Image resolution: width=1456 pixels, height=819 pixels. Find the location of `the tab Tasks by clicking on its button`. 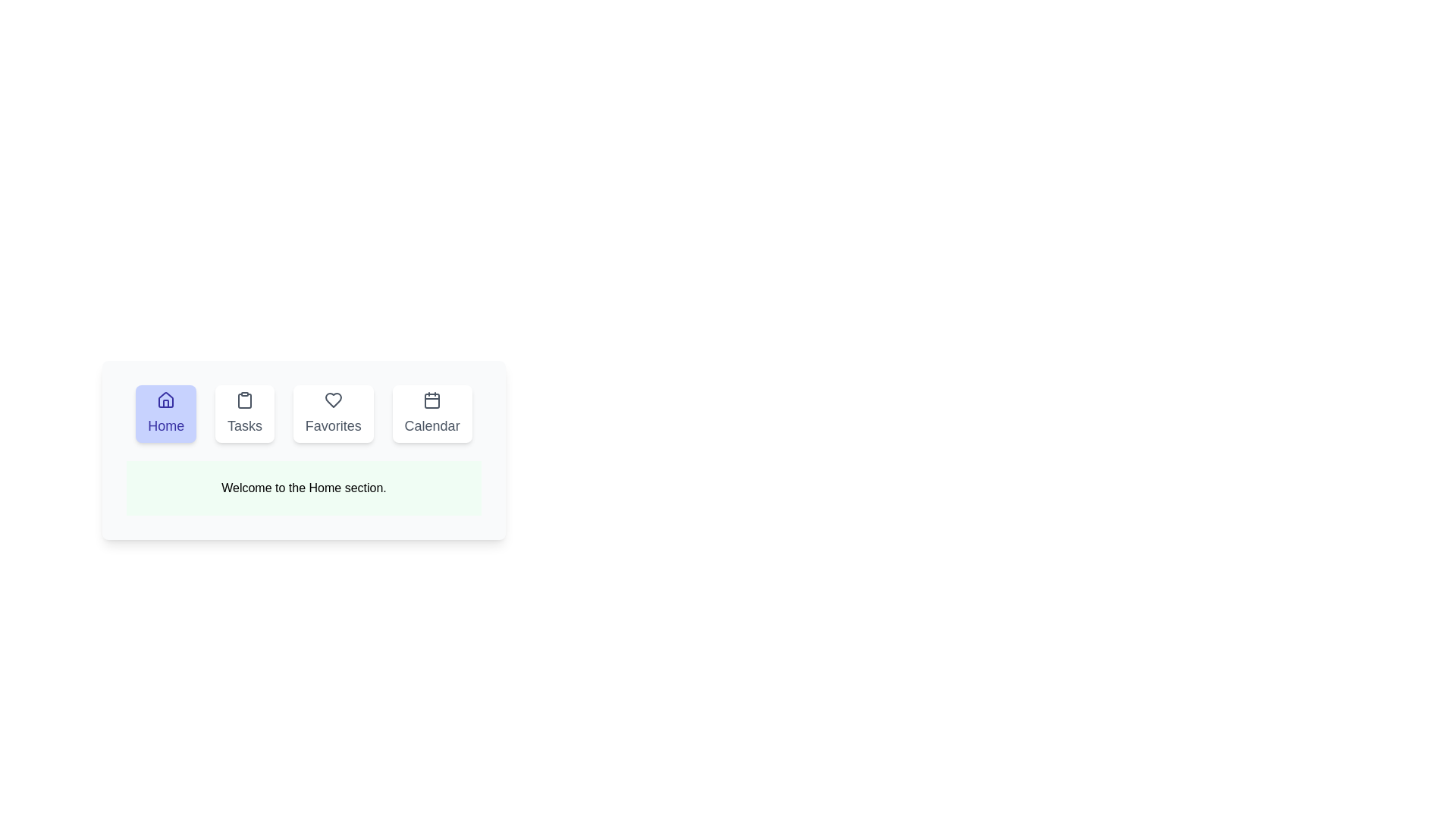

the tab Tasks by clicking on its button is located at coordinates (245, 414).